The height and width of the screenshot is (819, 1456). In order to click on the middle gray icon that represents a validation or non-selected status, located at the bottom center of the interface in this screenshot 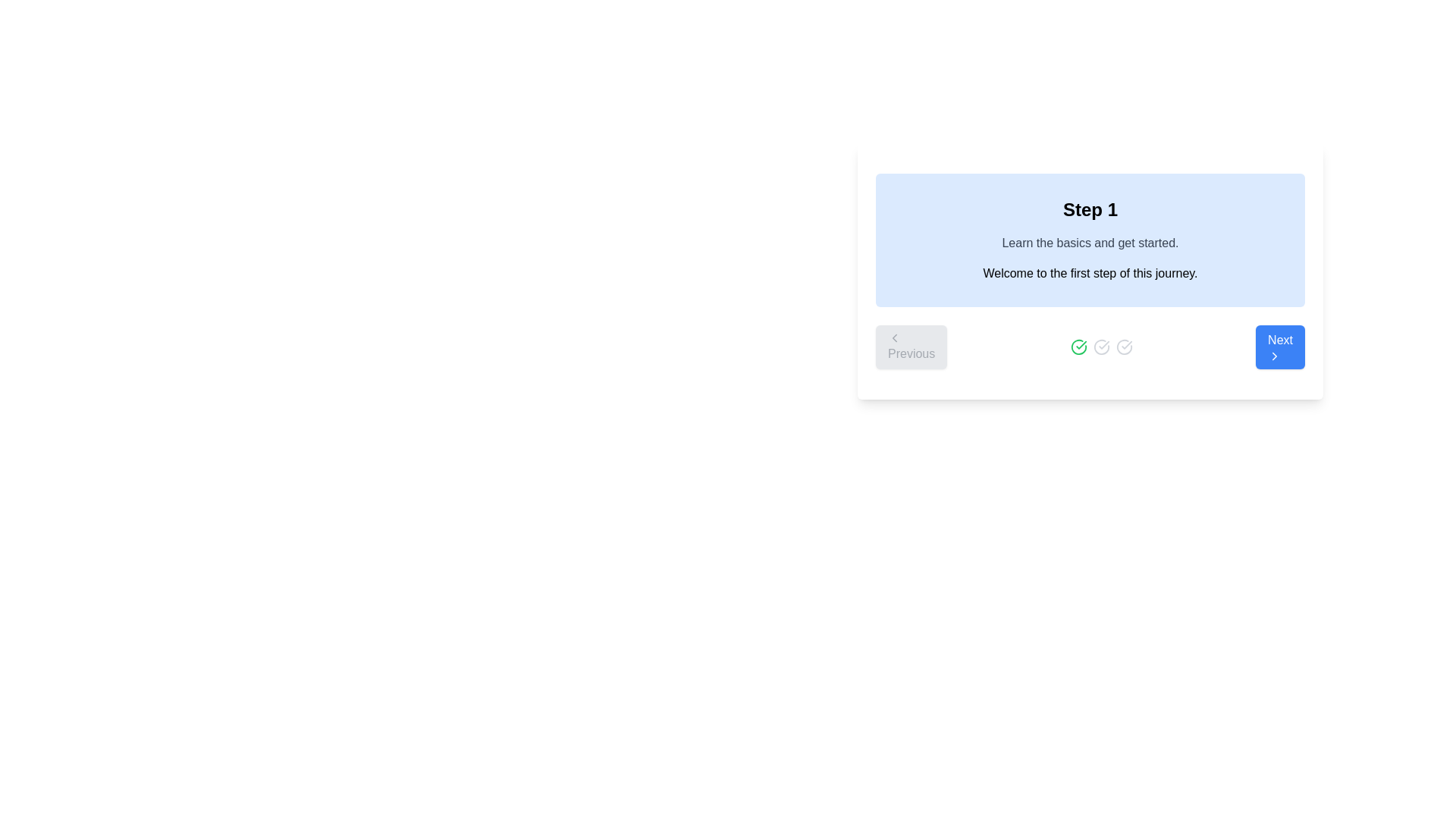, I will do `click(1101, 347)`.